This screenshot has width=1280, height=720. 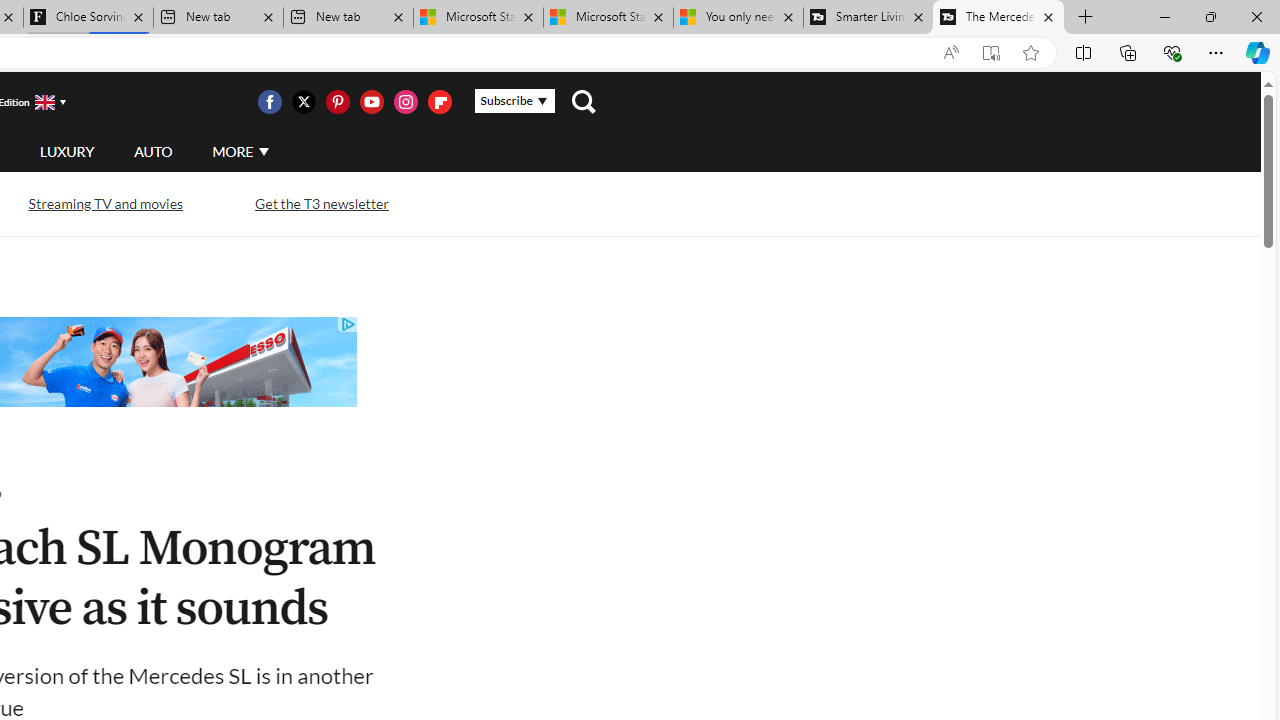 What do you see at coordinates (104, 203) in the screenshot?
I see `'Streaming TV and movies'` at bounding box center [104, 203].